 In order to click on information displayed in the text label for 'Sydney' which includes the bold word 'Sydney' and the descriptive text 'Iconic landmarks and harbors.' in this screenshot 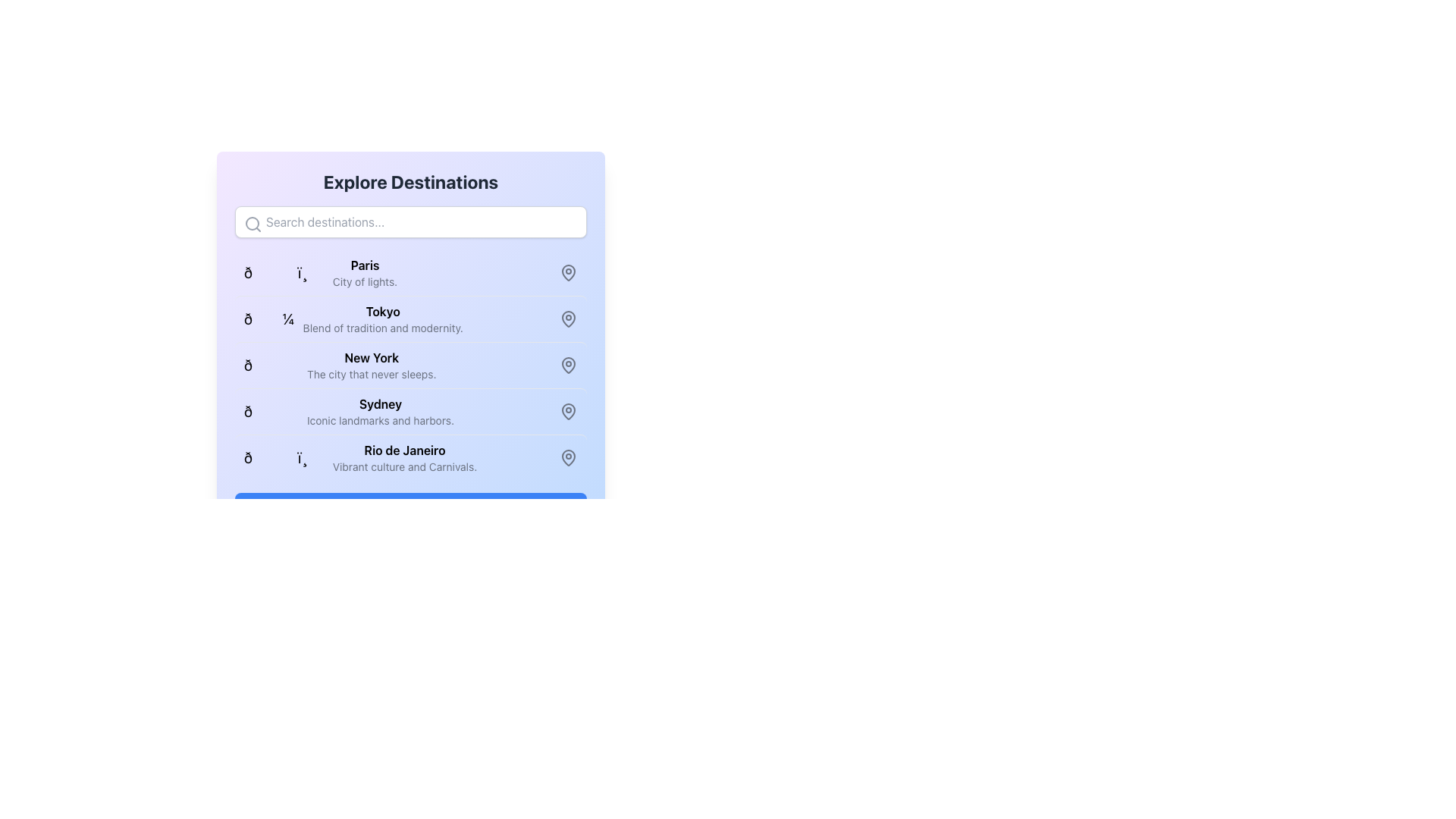, I will do `click(348, 412)`.